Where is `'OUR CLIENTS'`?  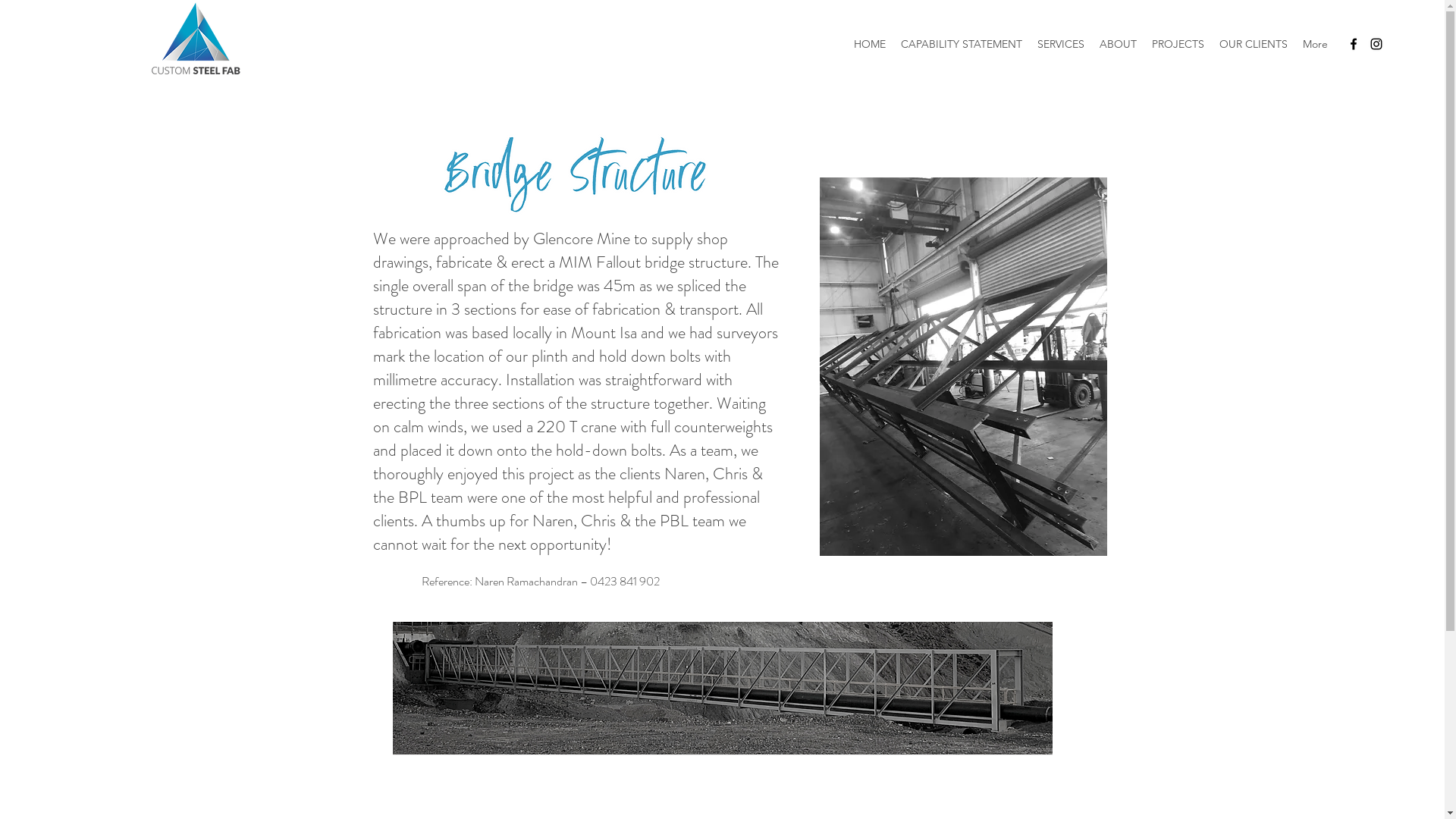 'OUR CLIENTS' is located at coordinates (1211, 42).